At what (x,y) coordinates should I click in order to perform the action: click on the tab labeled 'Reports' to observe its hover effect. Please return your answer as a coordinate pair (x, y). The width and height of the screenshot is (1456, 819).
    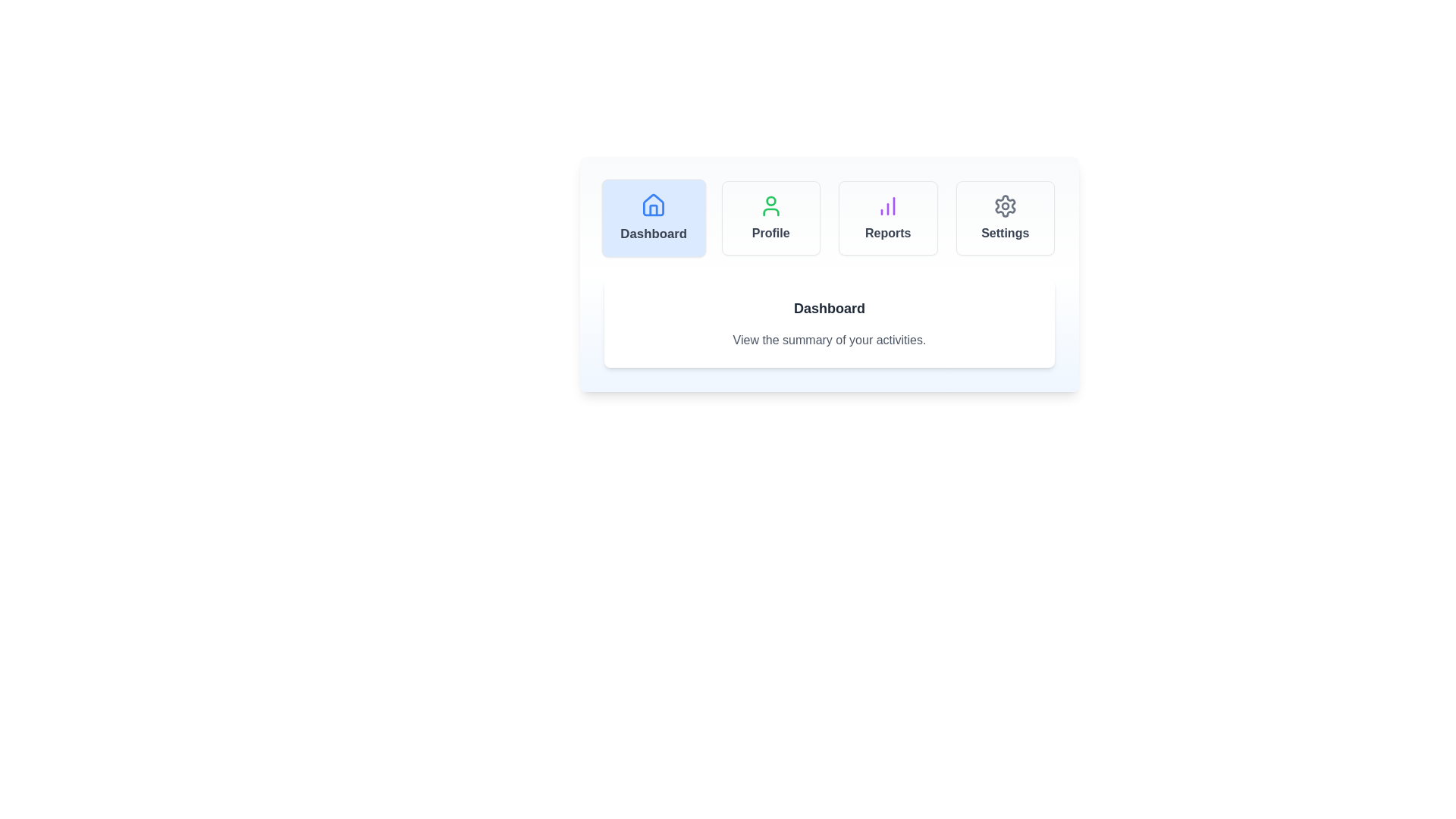
    Looking at the image, I should click on (888, 218).